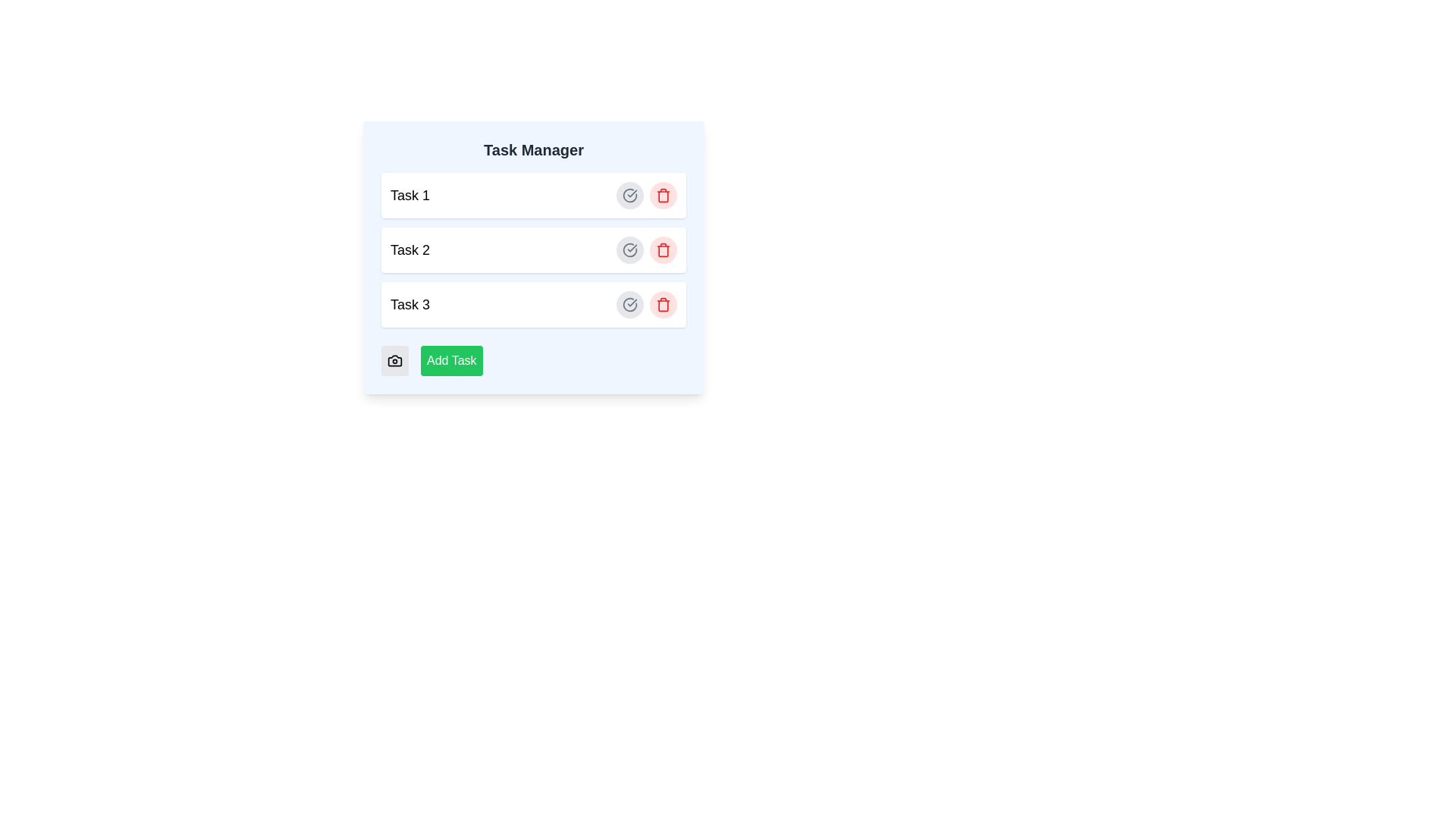  What do you see at coordinates (629, 249) in the screenshot?
I see `the completion toggle button for the second task item in the task manager interface, positioned to the left of the red trash icon and aligned with the 'Task 2' text field` at bounding box center [629, 249].